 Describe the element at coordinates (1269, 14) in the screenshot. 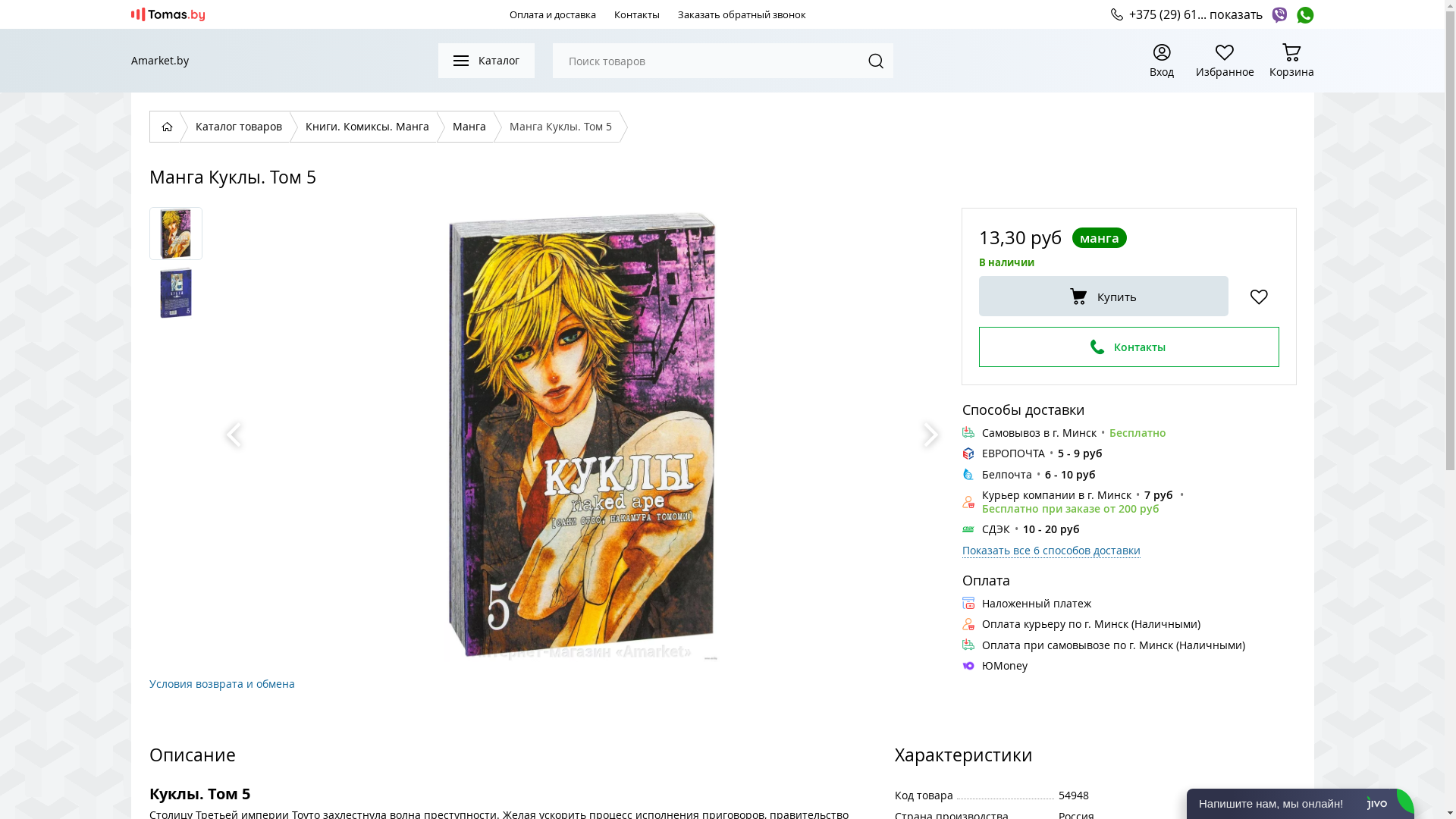

I see `'Viber'` at that location.